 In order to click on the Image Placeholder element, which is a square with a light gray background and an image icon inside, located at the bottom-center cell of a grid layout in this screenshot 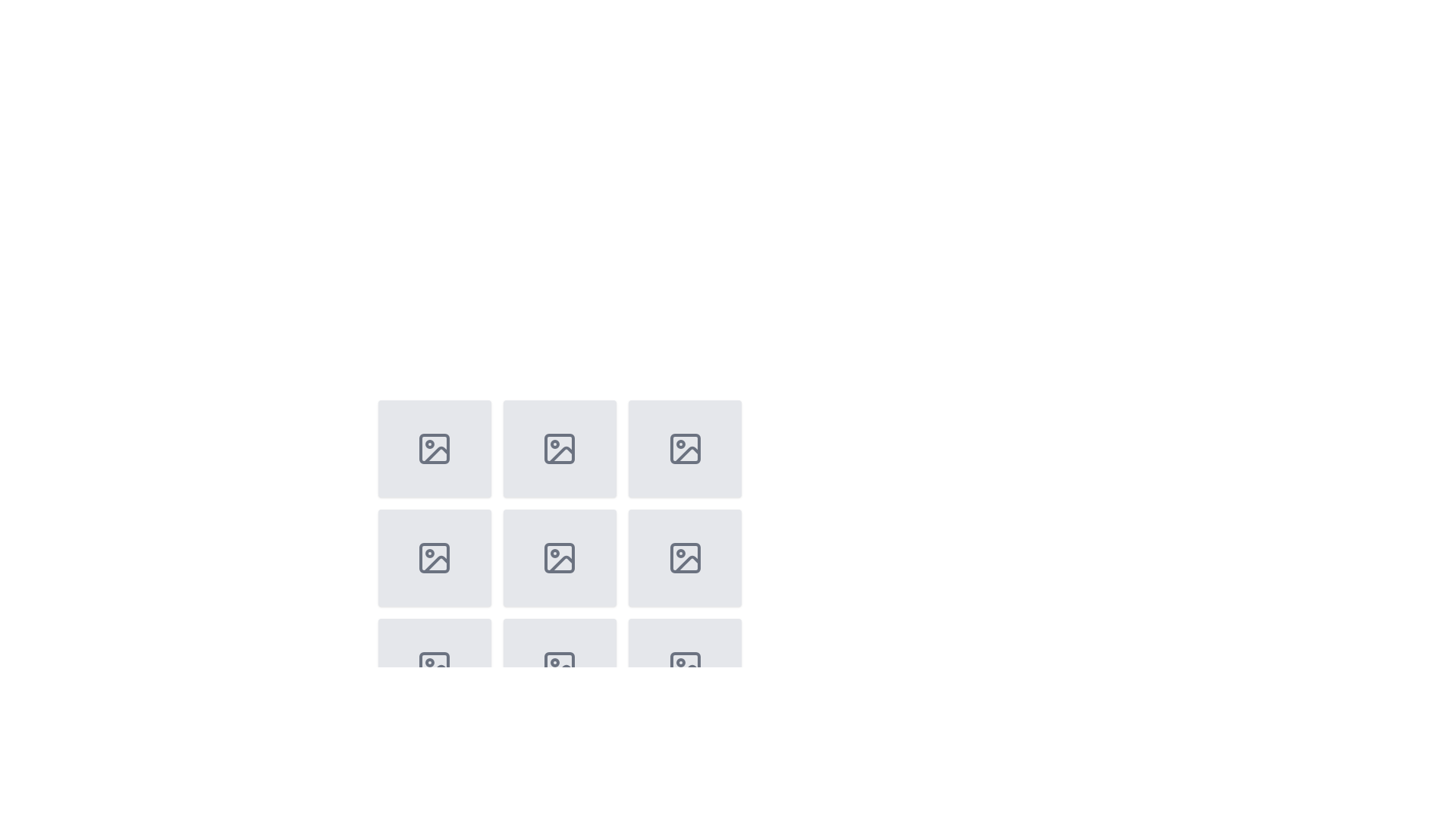, I will do `click(559, 666)`.